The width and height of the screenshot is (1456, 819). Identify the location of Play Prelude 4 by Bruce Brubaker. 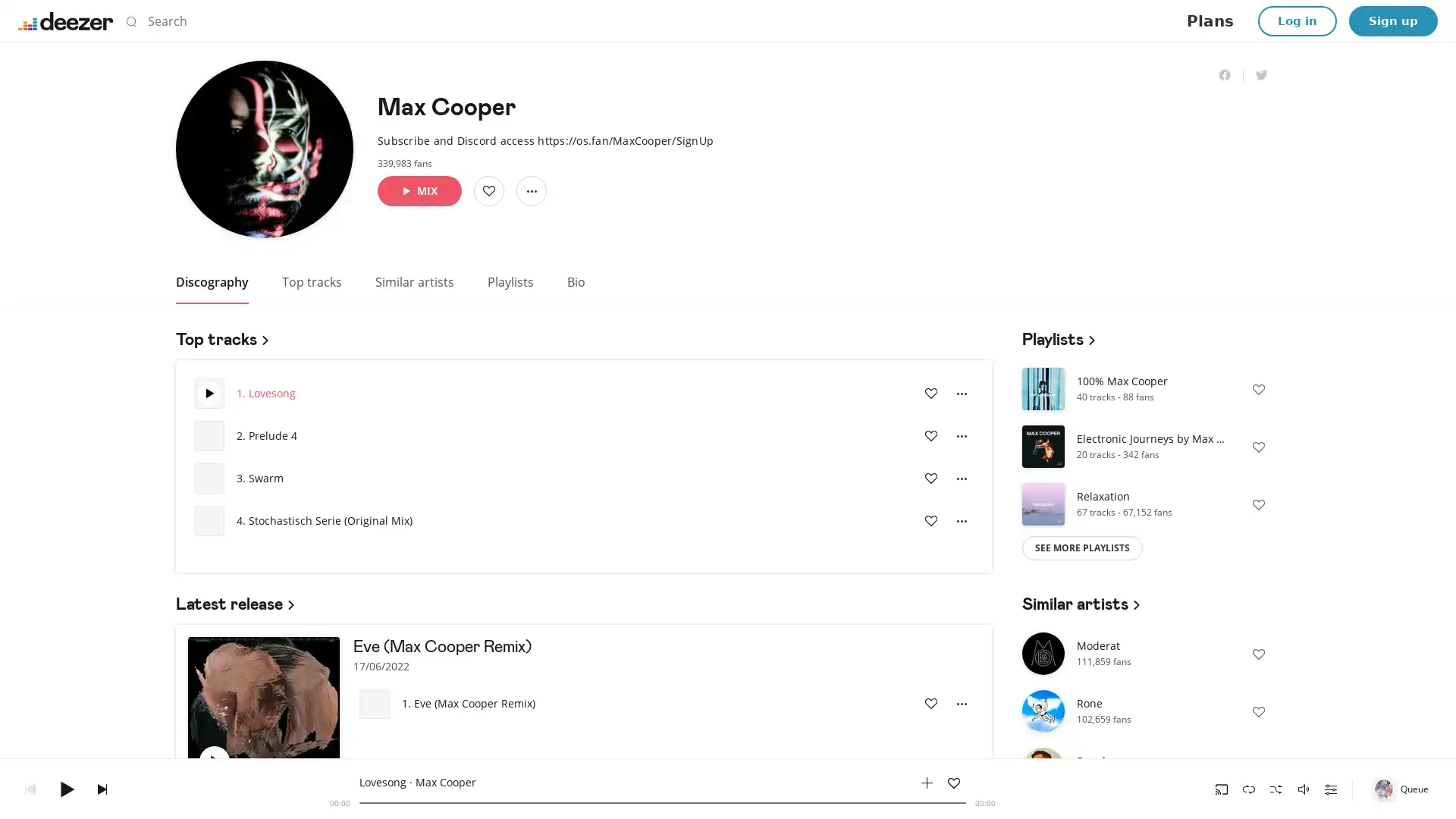
(208, 435).